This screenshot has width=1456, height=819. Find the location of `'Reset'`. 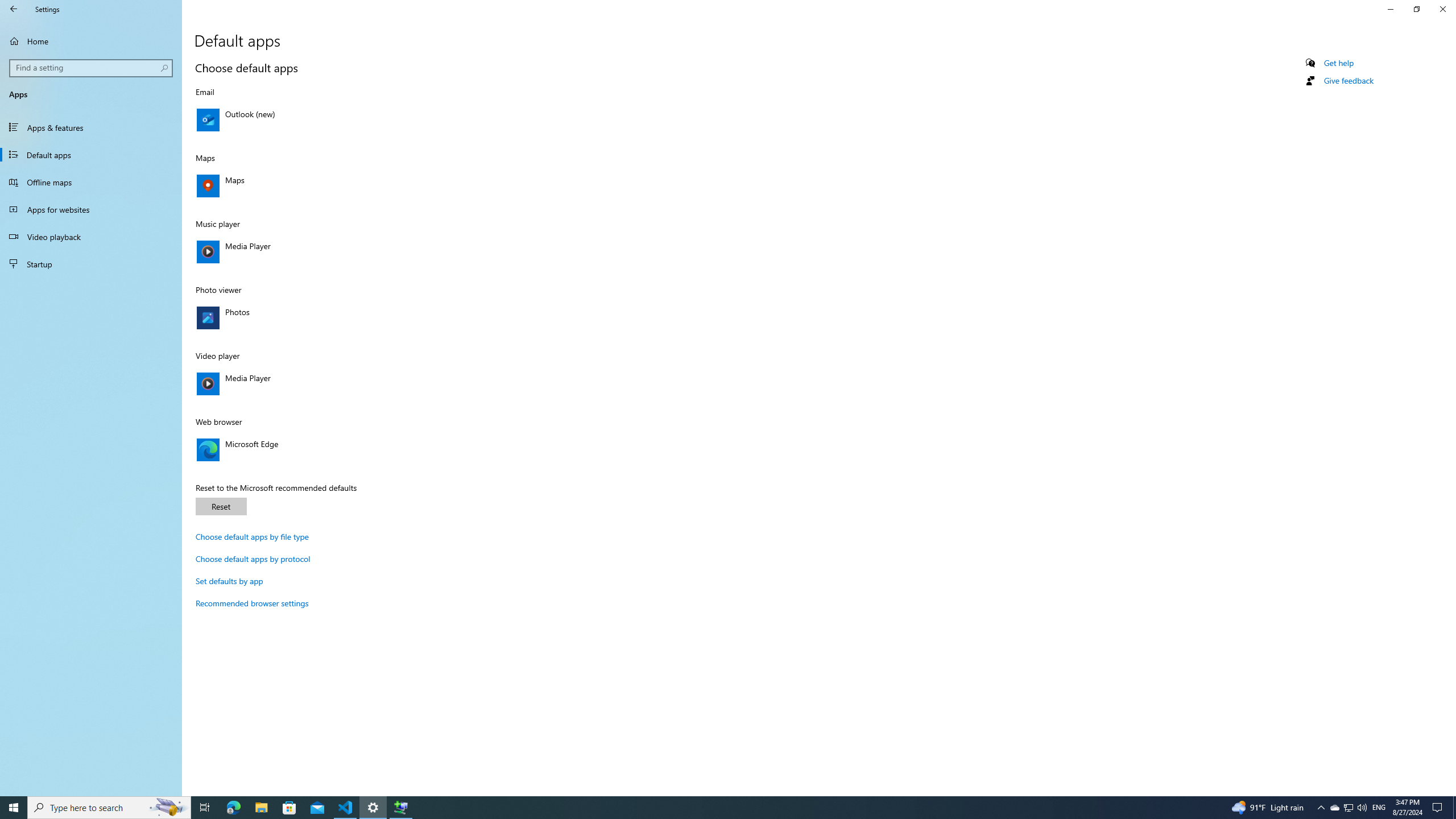

'Reset' is located at coordinates (221, 506).